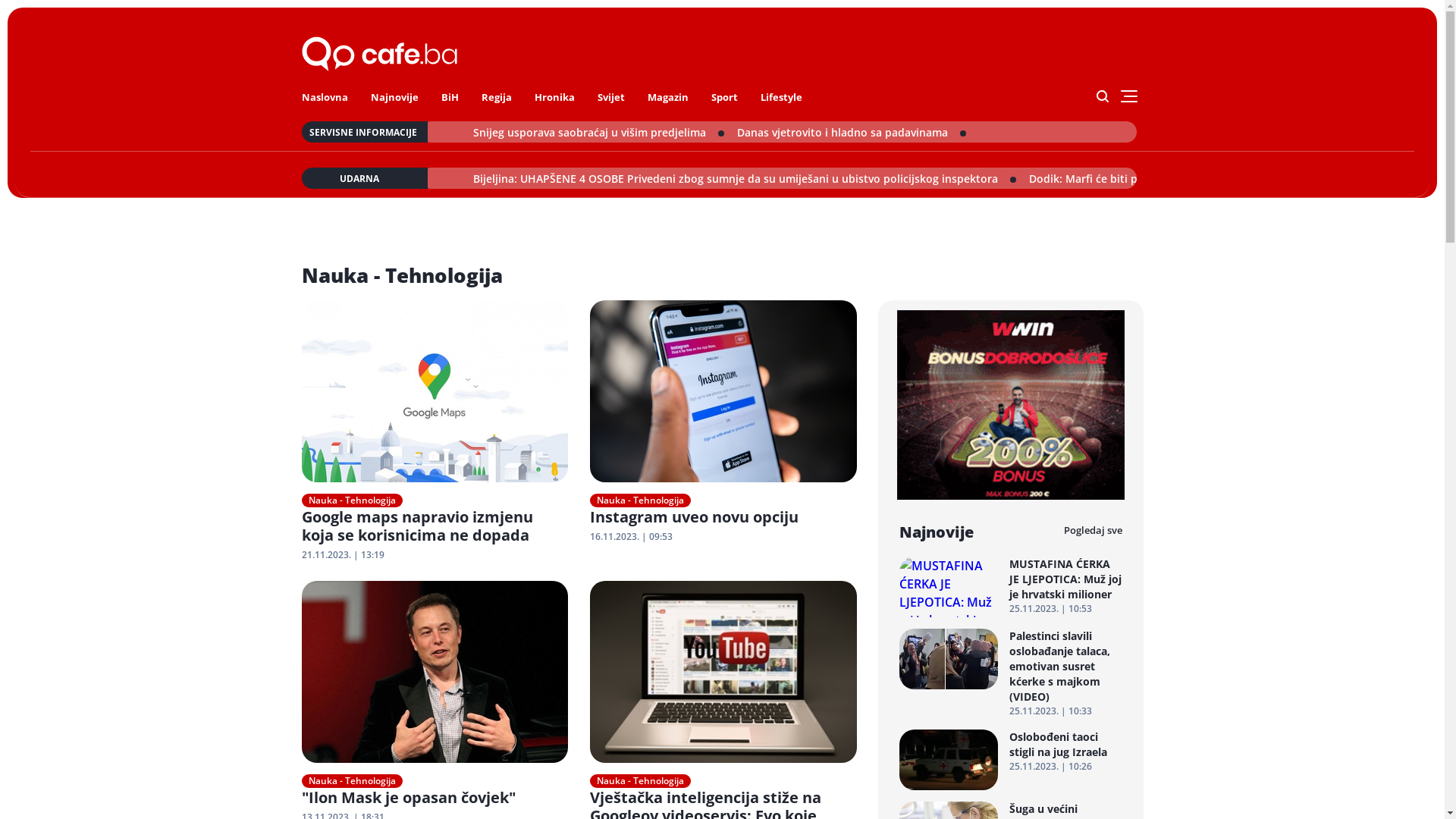 Image resolution: width=1456 pixels, height=819 pixels. Describe the element at coordinates (1092, 529) in the screenshot. I see `'Pogledaj sve'` at that location.